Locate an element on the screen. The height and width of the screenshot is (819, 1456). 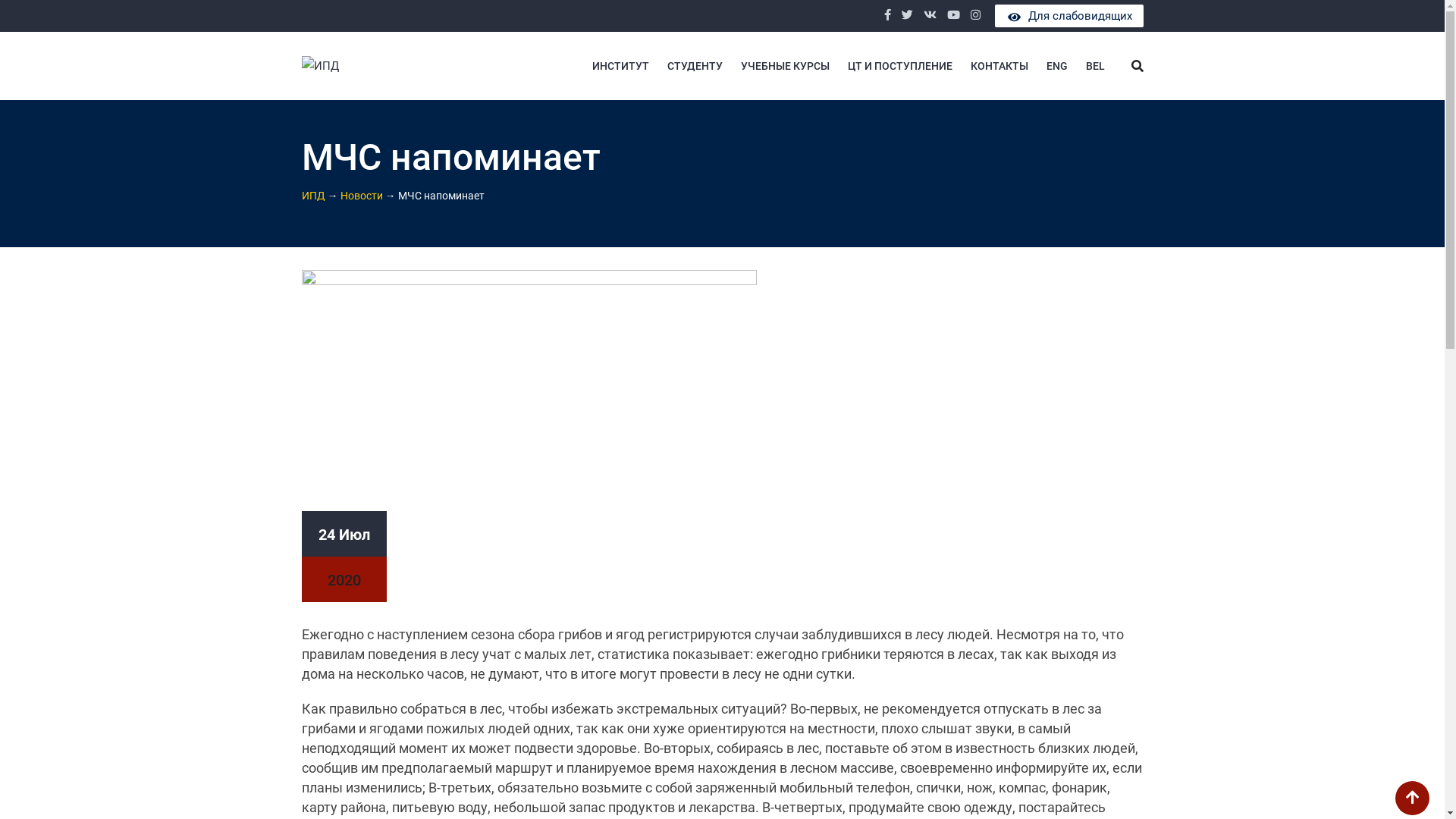
'ENG' is located at coordinates (1037, 65).